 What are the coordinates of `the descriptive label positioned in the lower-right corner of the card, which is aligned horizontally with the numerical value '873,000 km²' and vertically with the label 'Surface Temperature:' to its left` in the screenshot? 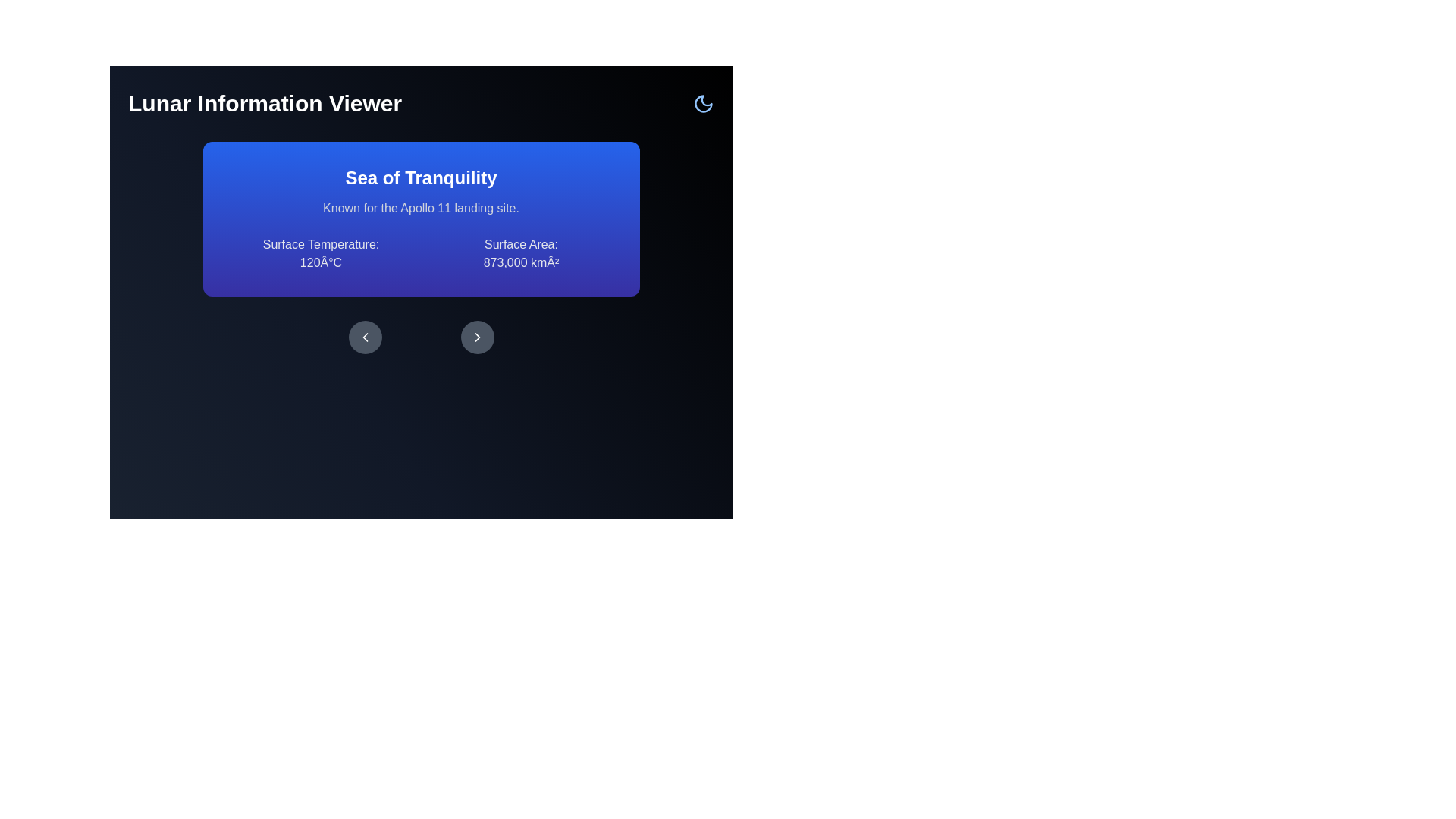 It's located at (521, 243).